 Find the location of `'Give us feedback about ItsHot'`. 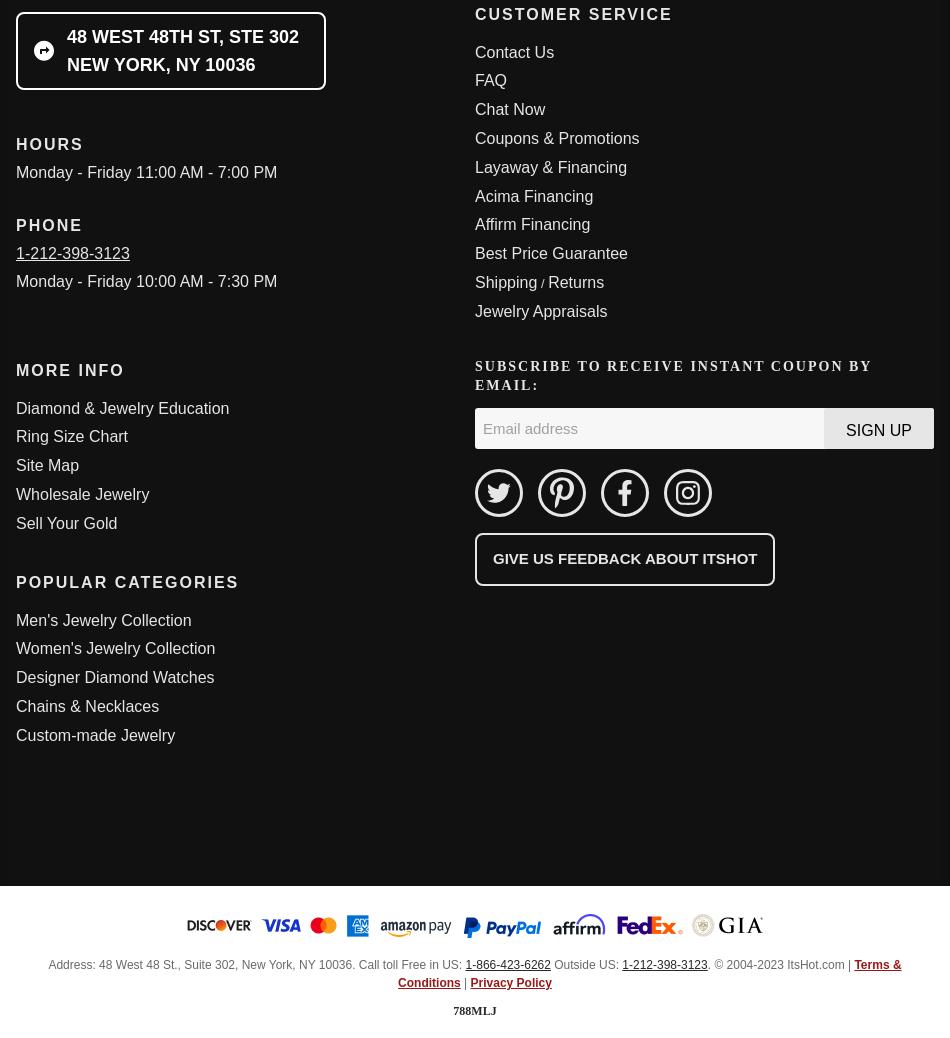

'Give us feedback about ItsHot' is located at coordinates (625, 556).